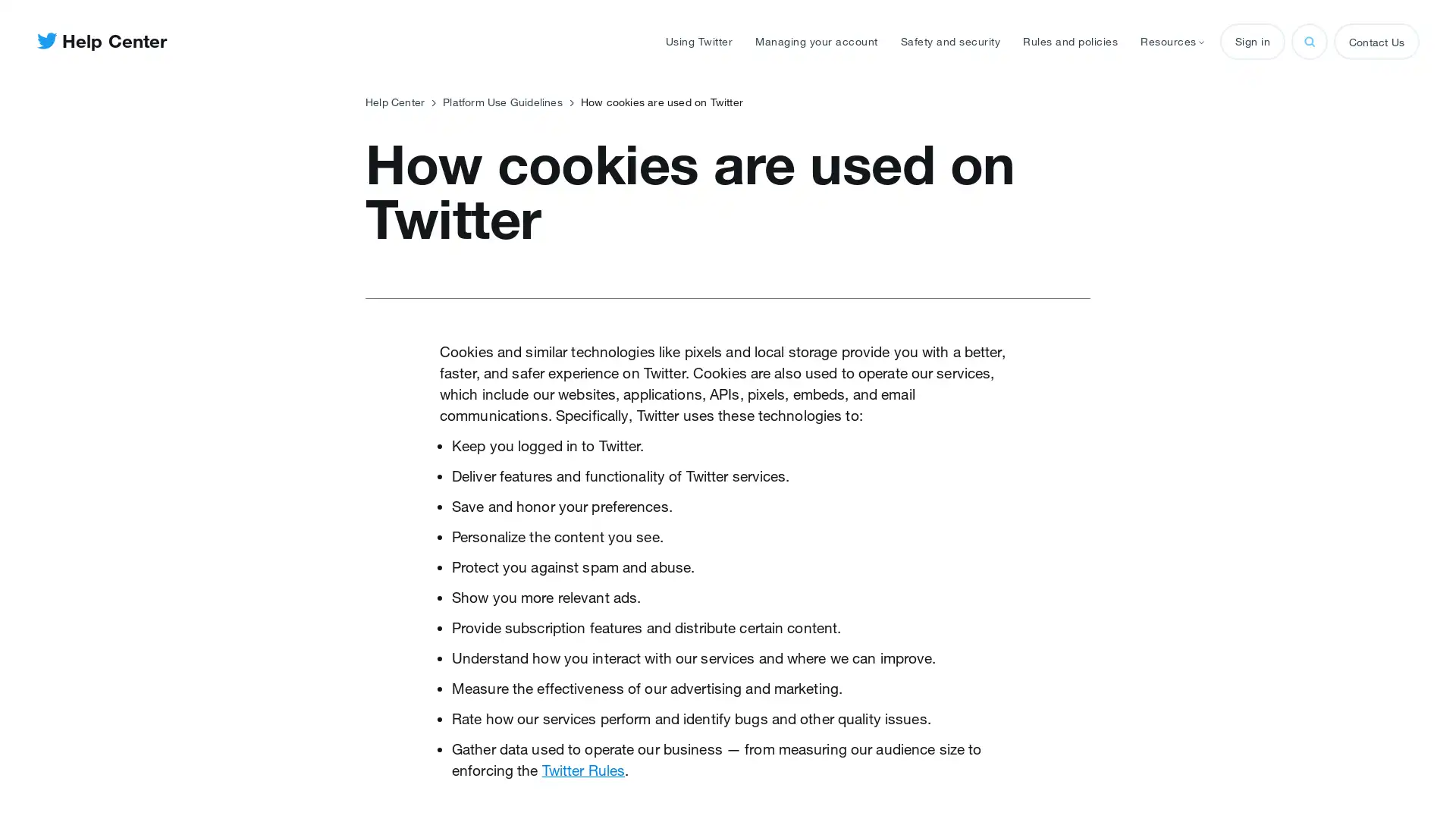 The image size is (1456, 819). I want to click on Resources, so click(1171, 40).